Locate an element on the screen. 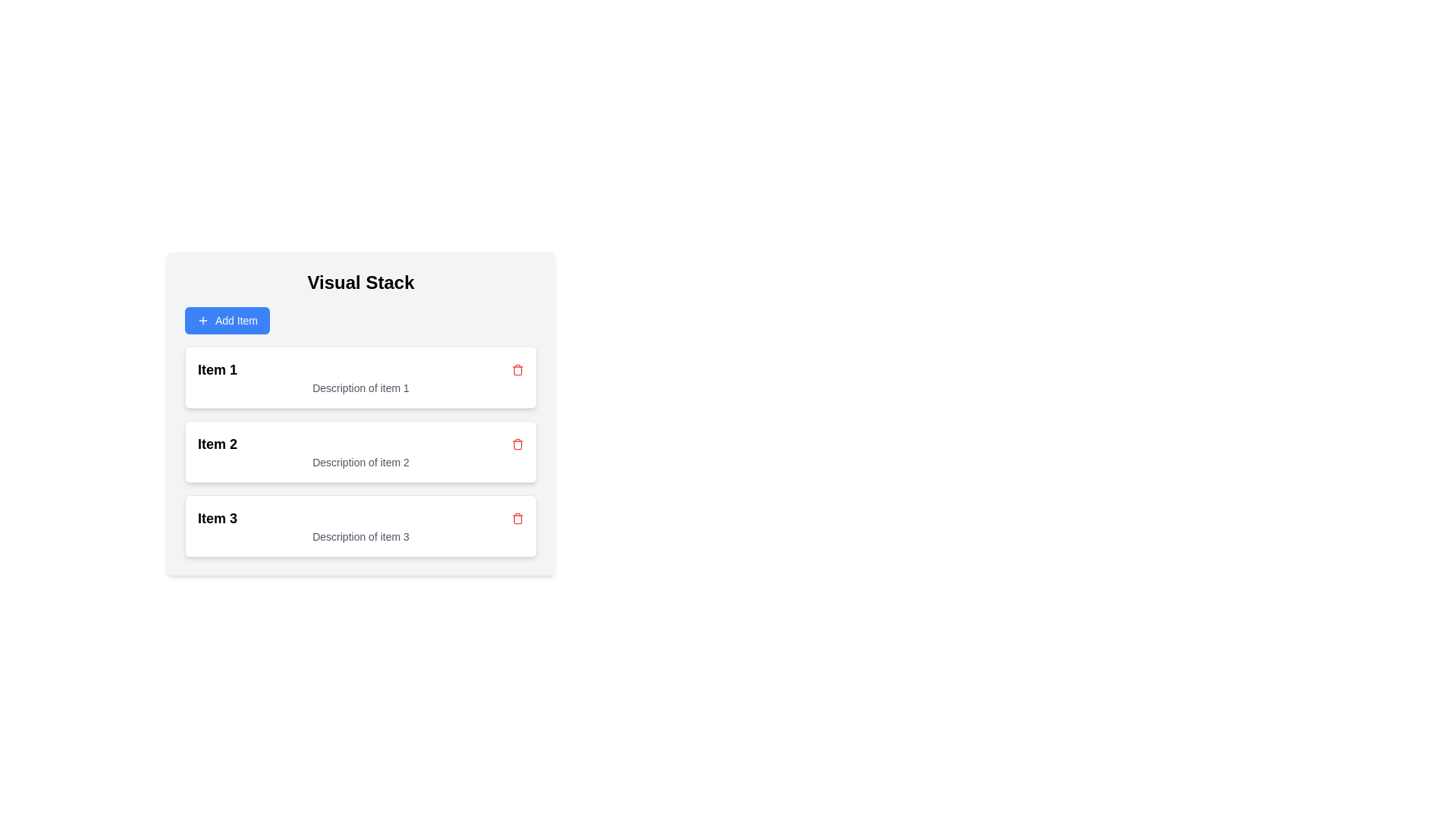 Image resolution: width=1456 pixels, height=819 pixels. the text label that represents 'Item 3' in the vertical list labeled 'Visual Stack' on the main interface is located at coordinates (217, 517).